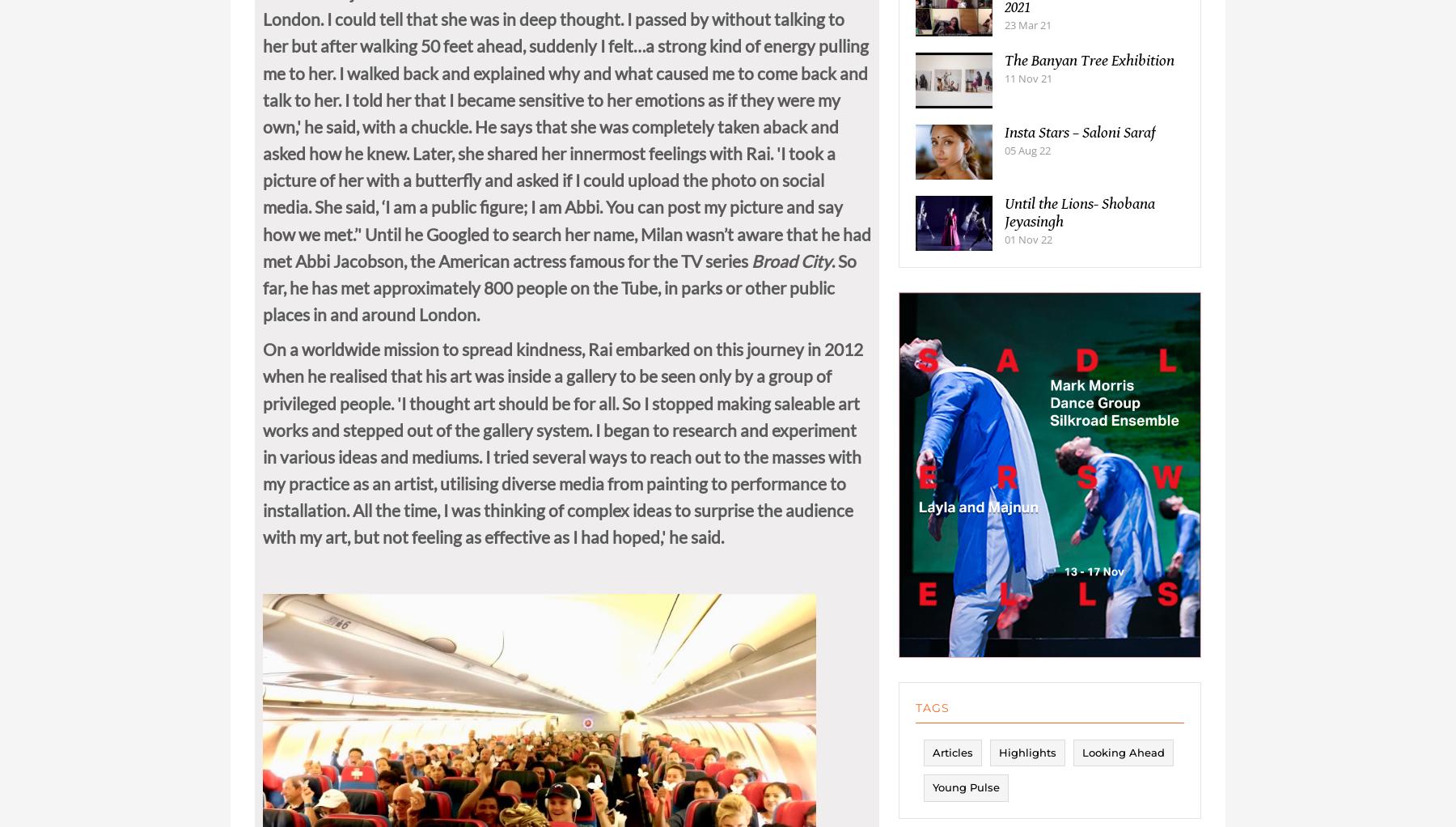 The image size is (1456, 827). What do you see at coordinates (558, 301) in the screenshot?
I see `'. So far, he has met approximately 800 people on the Tube, in parks or other public places in and around London.'` at bounding box center [558, 301].